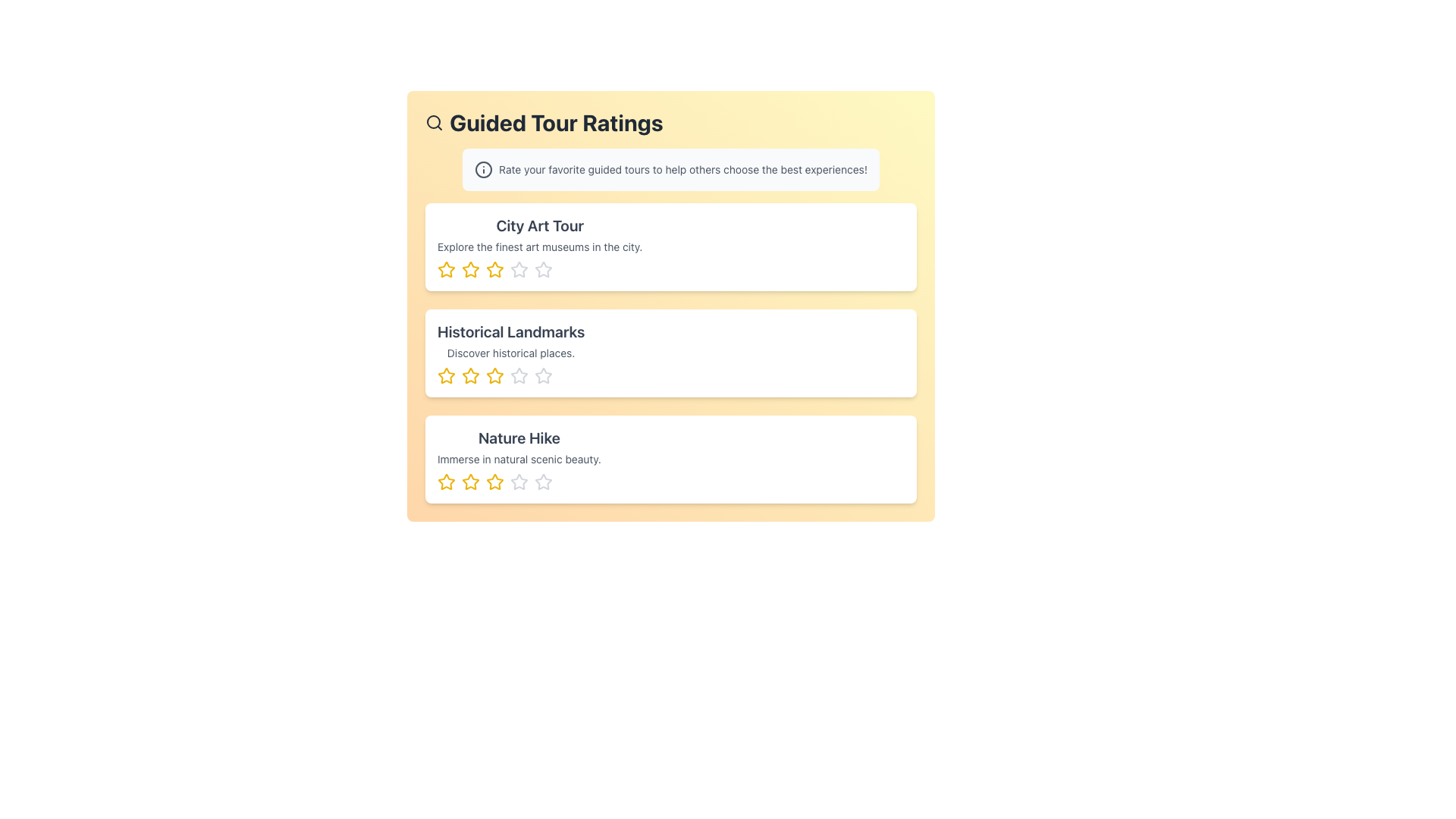  I want to click on the fourth star icon from the left, so click(494, 482).